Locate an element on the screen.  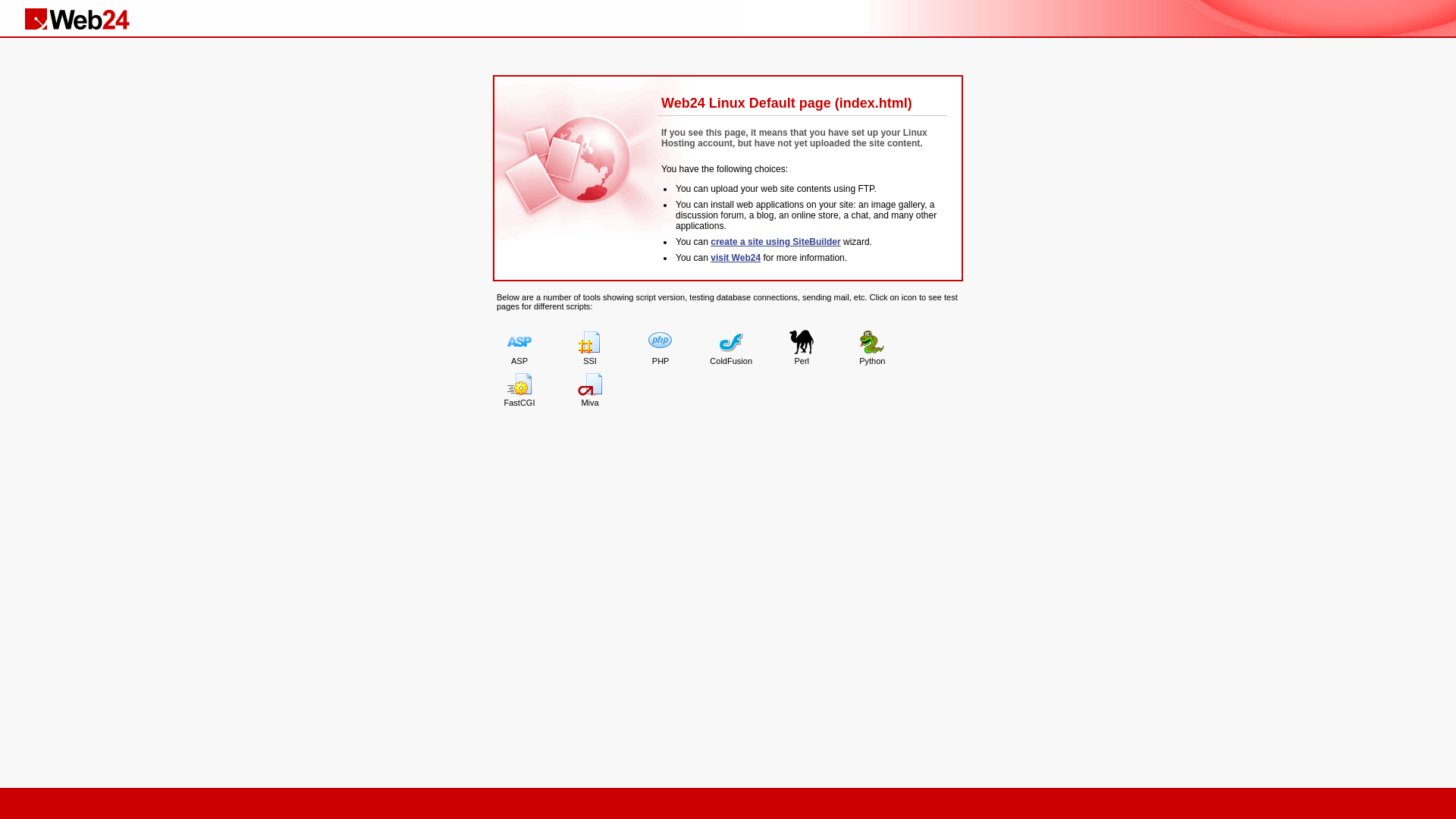
'ColdFusion' is located at coordinates (731, 348).